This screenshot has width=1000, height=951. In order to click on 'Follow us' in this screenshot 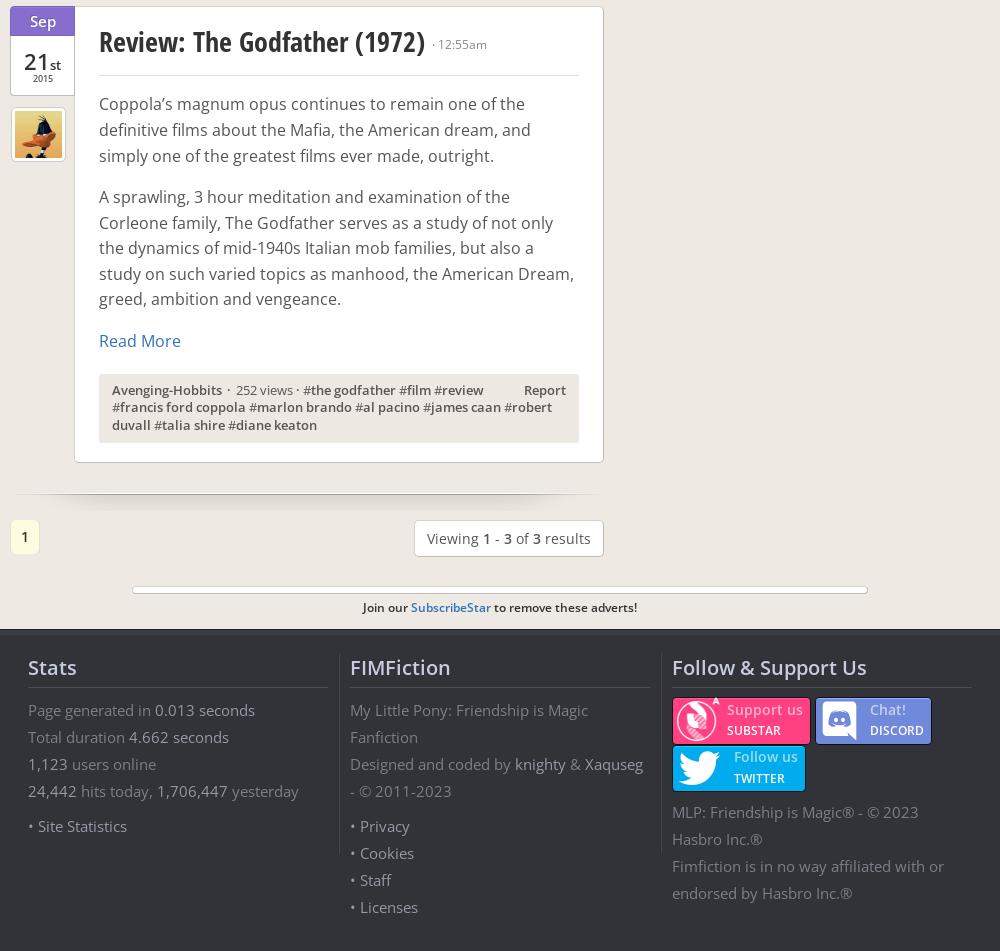, I will do `click(765, 755)`.